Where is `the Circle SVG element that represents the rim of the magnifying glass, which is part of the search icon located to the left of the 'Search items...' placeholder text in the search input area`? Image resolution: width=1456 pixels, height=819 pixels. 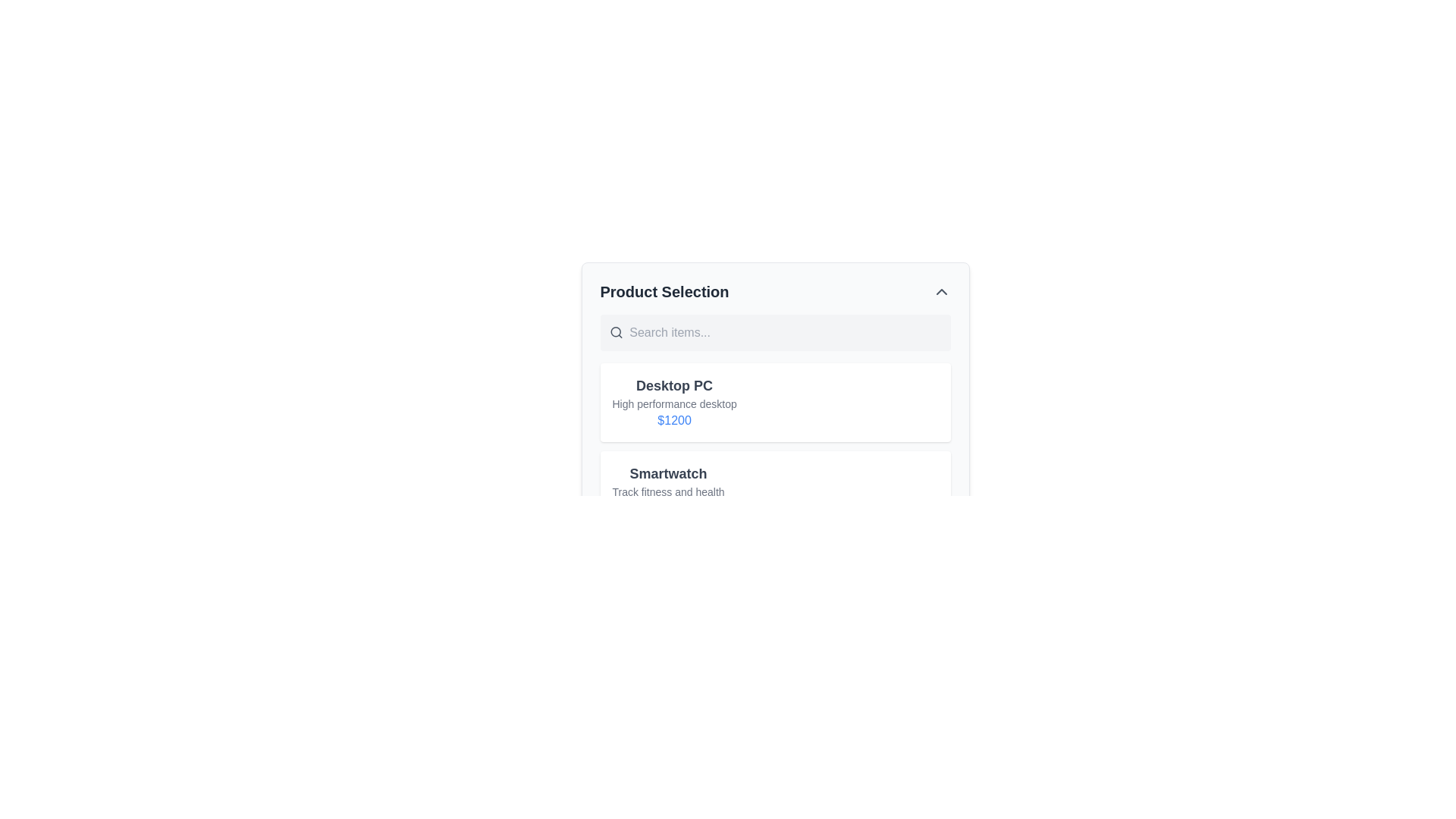 the Circle SVG element that represents the rim of the magnifying glass, which is part of the search icon located to the left of the 'Search items...' placeholder text in the search input area is located at coordinates (616, 331).